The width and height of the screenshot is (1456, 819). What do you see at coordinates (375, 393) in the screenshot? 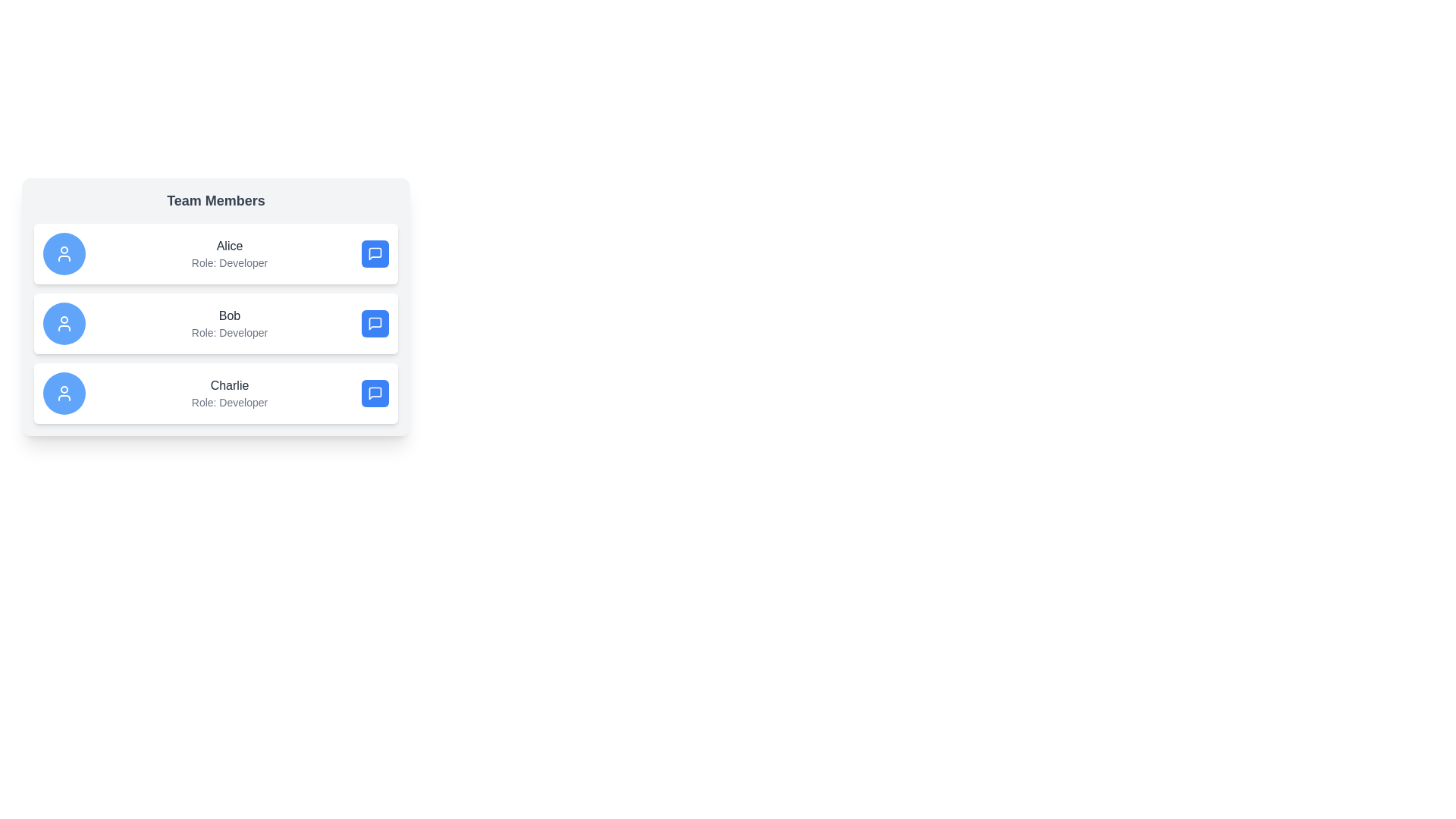
I see `the icon button located in the third row of the 'Team Members' list next to Charlie's name` at bounding box center [375, 393].